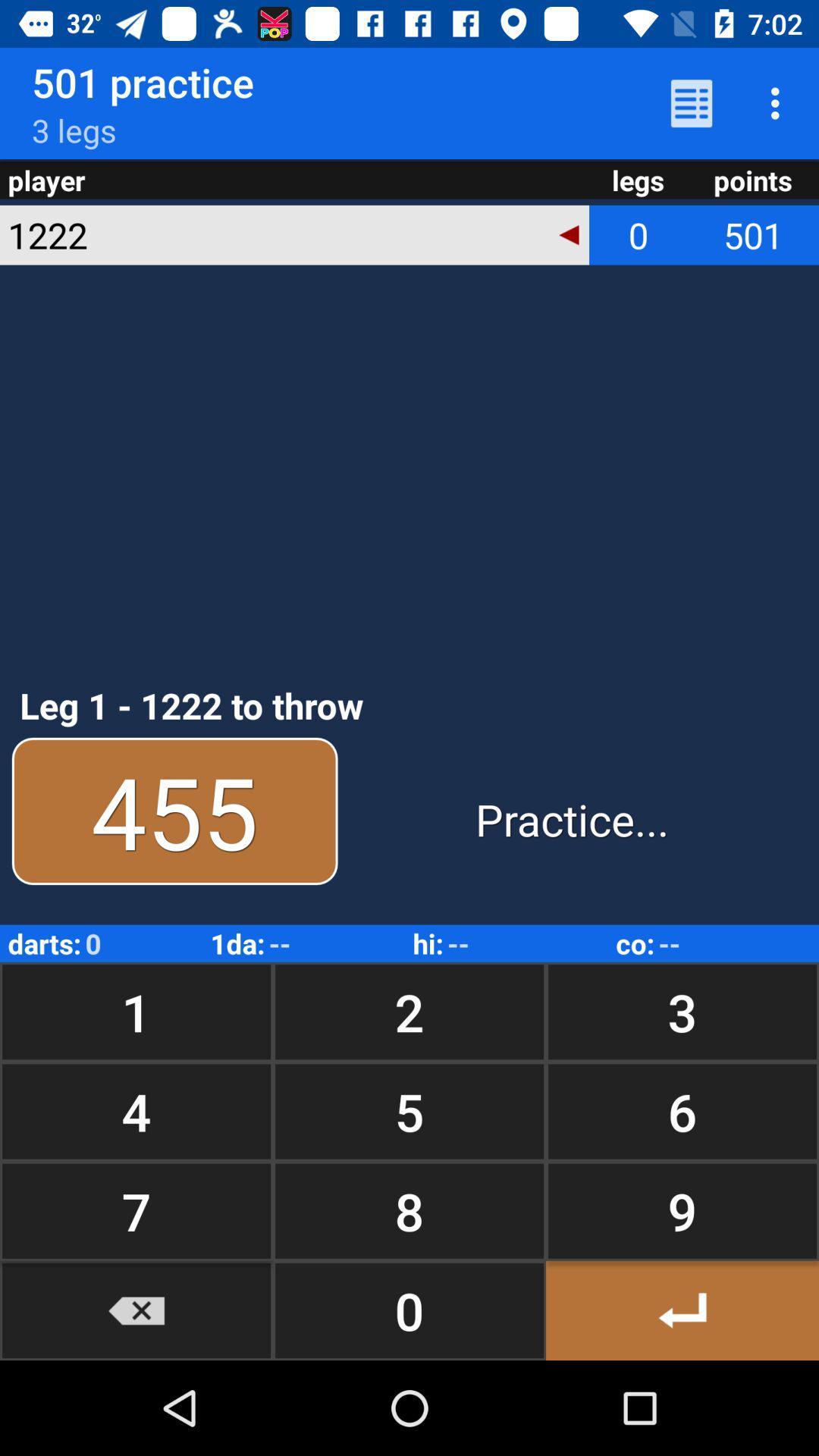 The width and height of the screenshot is (819, 1456). What do you see at coordinates (409, 1012) in the screenshot?
I see `the button to the left of 3 icon` at bounding box center [409, 1012].